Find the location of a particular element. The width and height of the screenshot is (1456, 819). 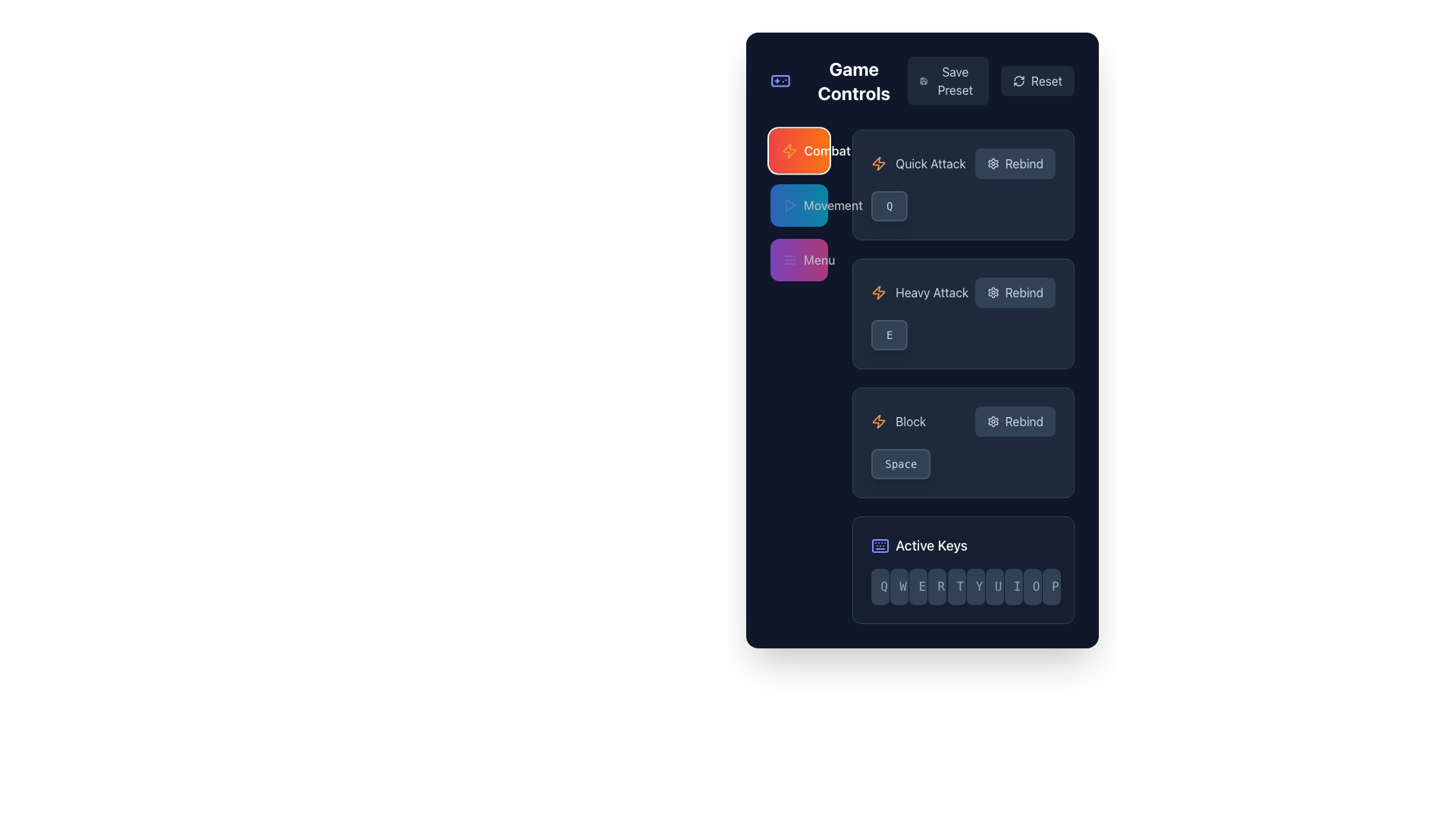

the 'Space' text label styled as a button, which has a dark slate-gray background and white text in a monospaced font, located in the 'Game Controls' interface is located at coordinates (901, 463).